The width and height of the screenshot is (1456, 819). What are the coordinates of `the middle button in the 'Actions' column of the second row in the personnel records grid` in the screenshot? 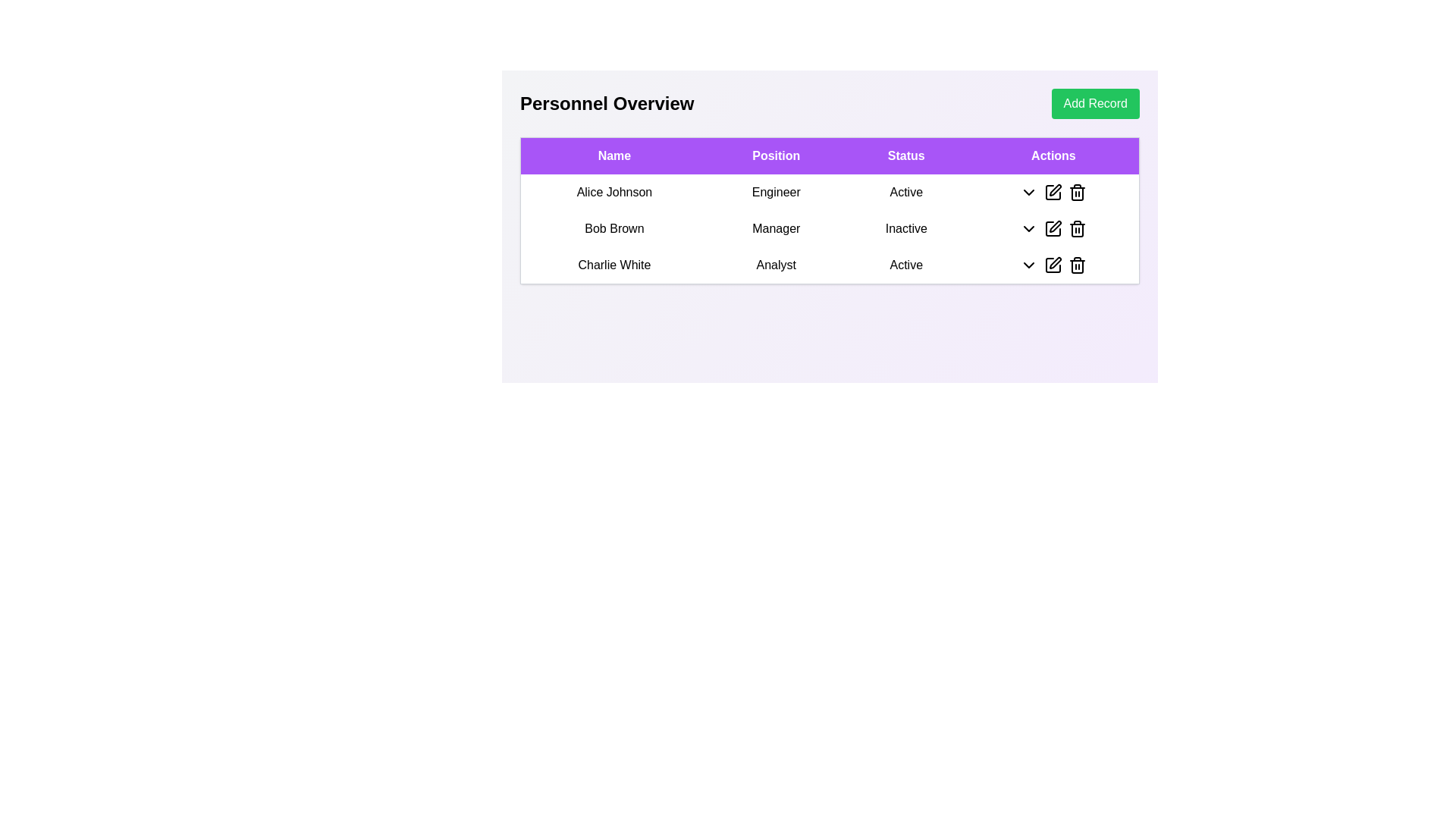 It's located at (1053, 228).